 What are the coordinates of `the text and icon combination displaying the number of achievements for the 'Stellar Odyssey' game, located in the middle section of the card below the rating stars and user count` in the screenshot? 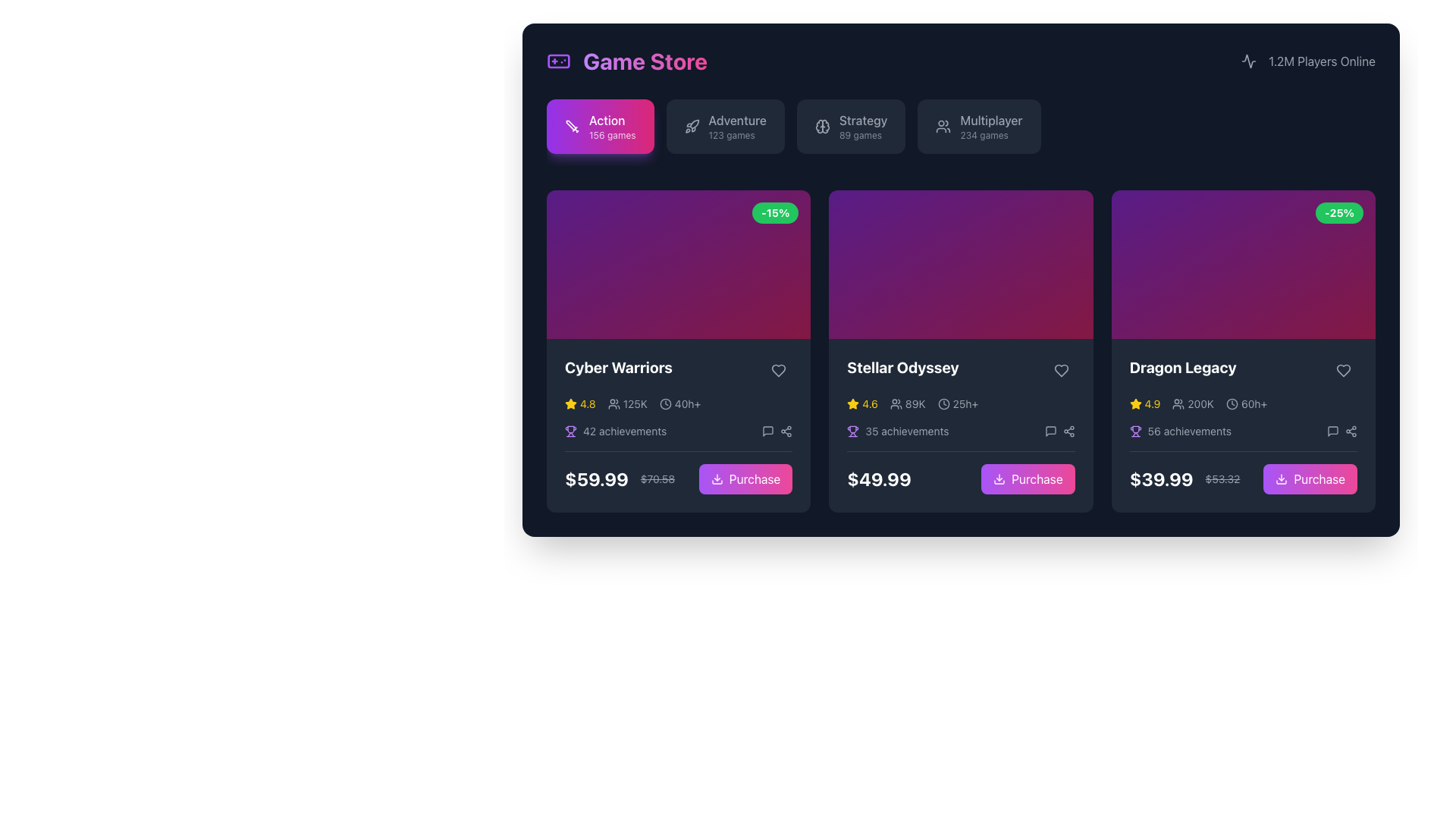 It's located at (898, 431).